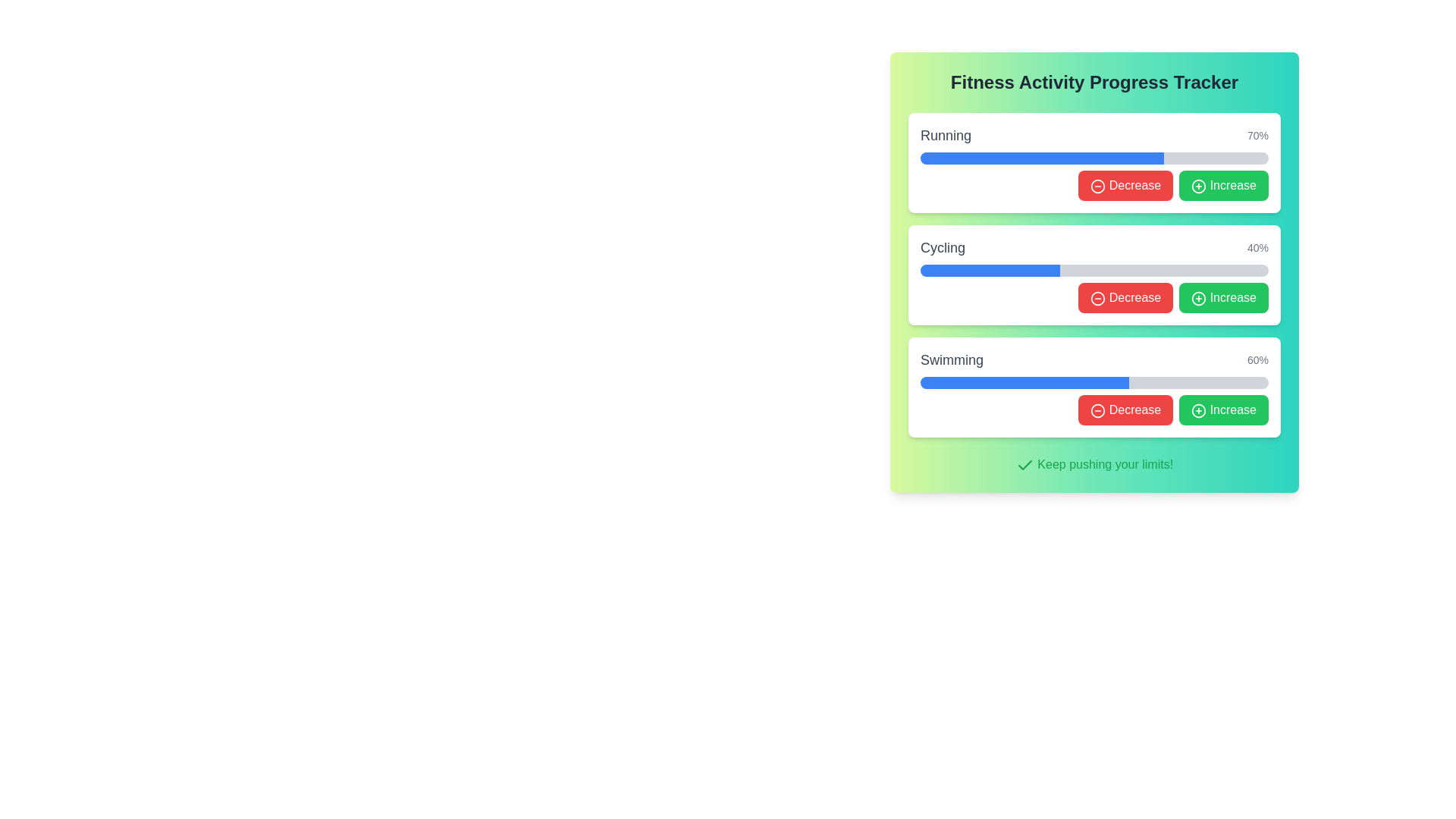 Image resolution: width=1456 pixels, height=819 pixels. Describe the element at coordinates (1094, 409) in the screenshot. I see `the 'Decrease' or 'Increase' button in the Horizontal button group` at that location.